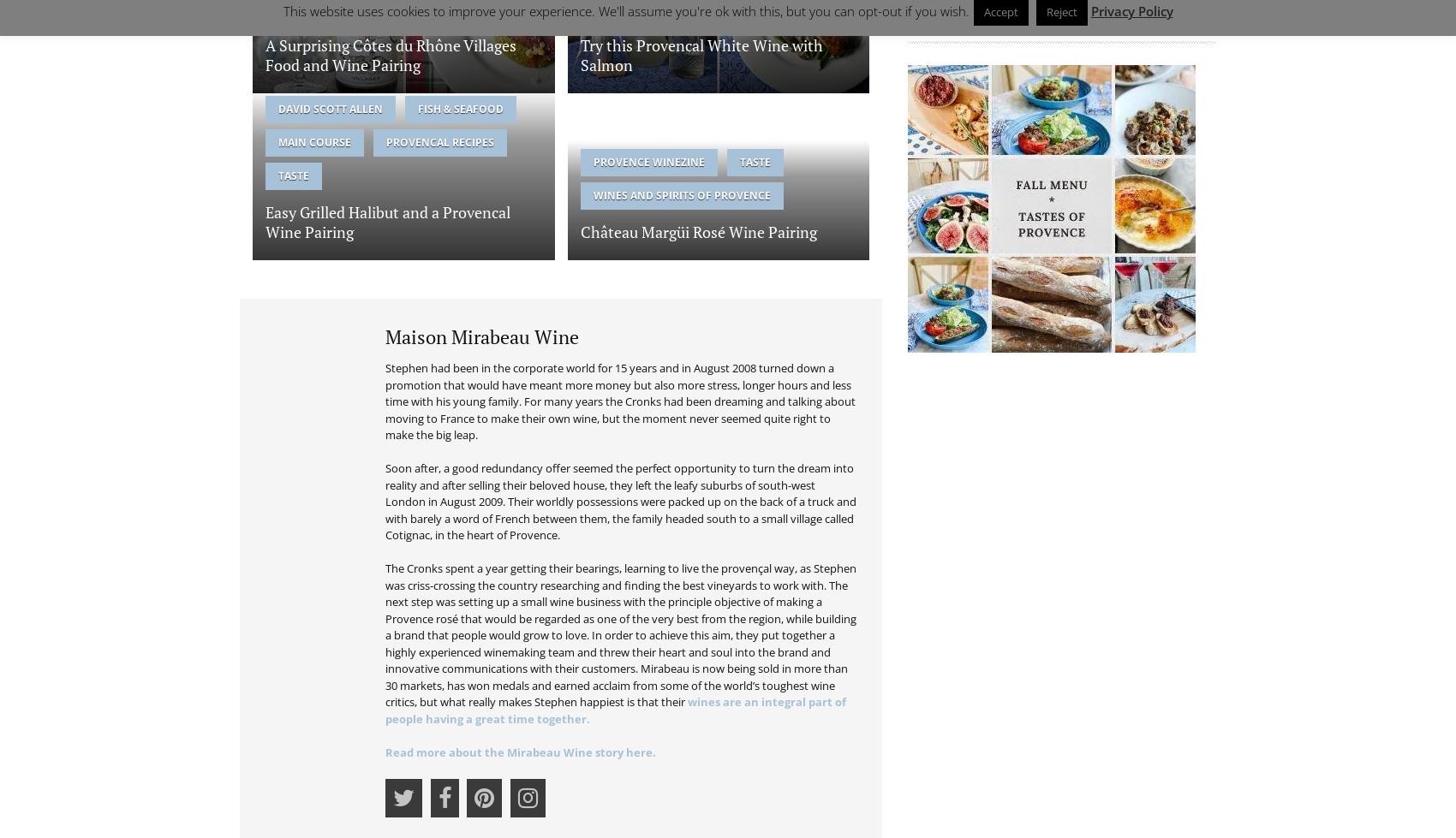 This screenshot has width=1456, height=838. What do you see at coordinates (330, 108) in the screenshot?
I see `'David Scott Allen'` at bounding box center [330, 108].